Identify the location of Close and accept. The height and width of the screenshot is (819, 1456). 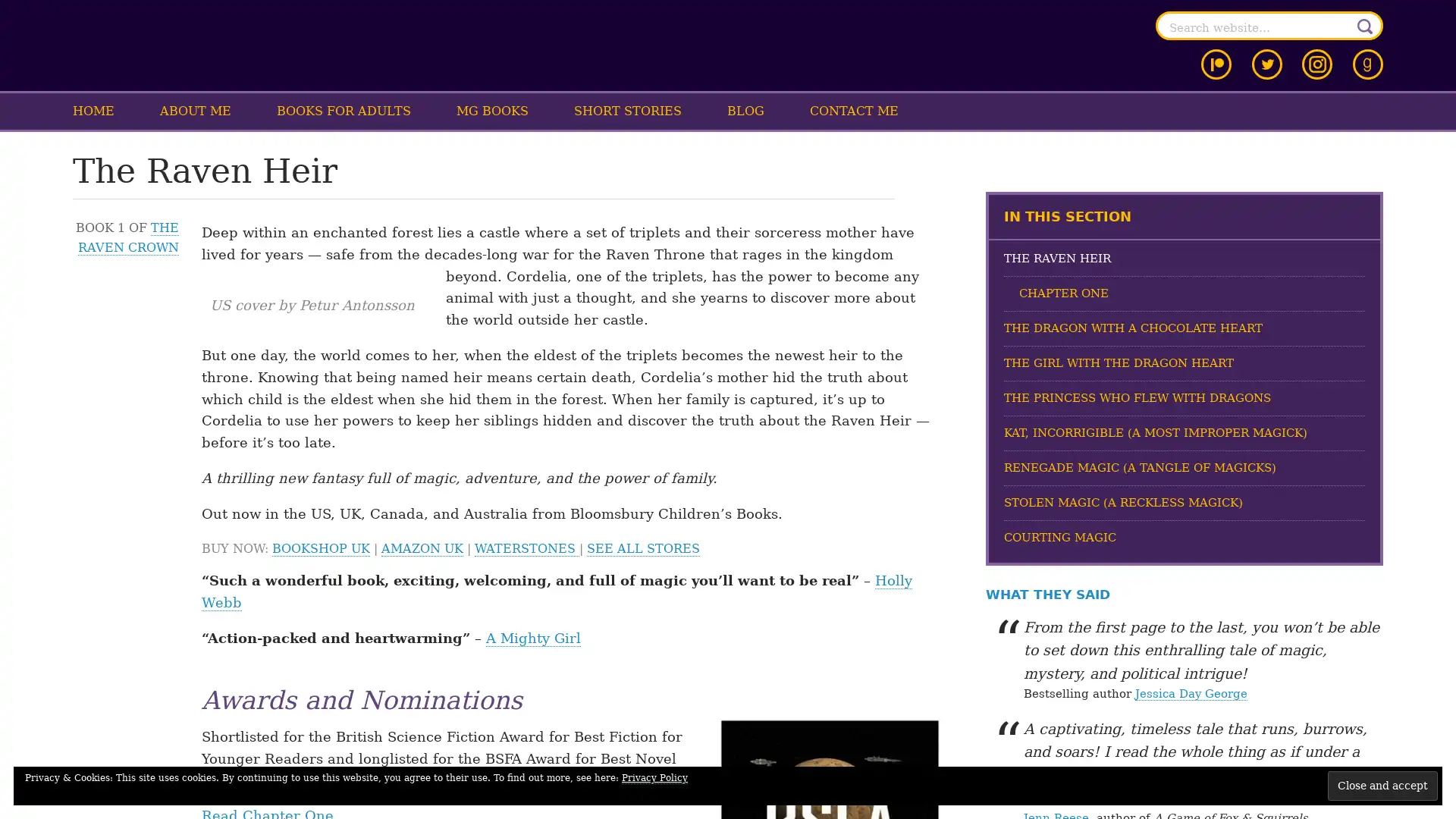
(1382, 785).